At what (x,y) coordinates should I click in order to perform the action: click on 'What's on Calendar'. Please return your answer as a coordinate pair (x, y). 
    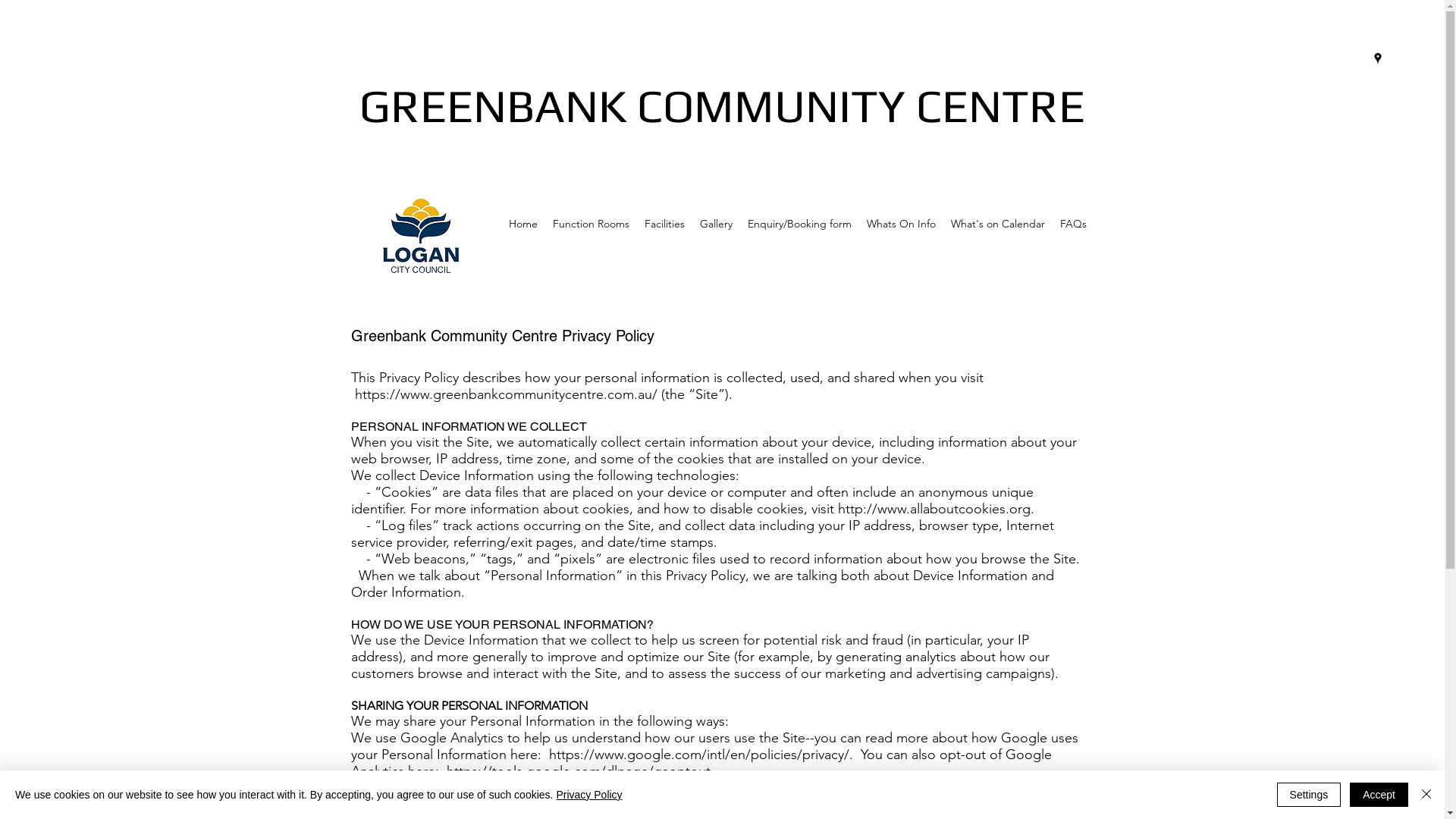
    Looking at the image, I should click on (997, 223).